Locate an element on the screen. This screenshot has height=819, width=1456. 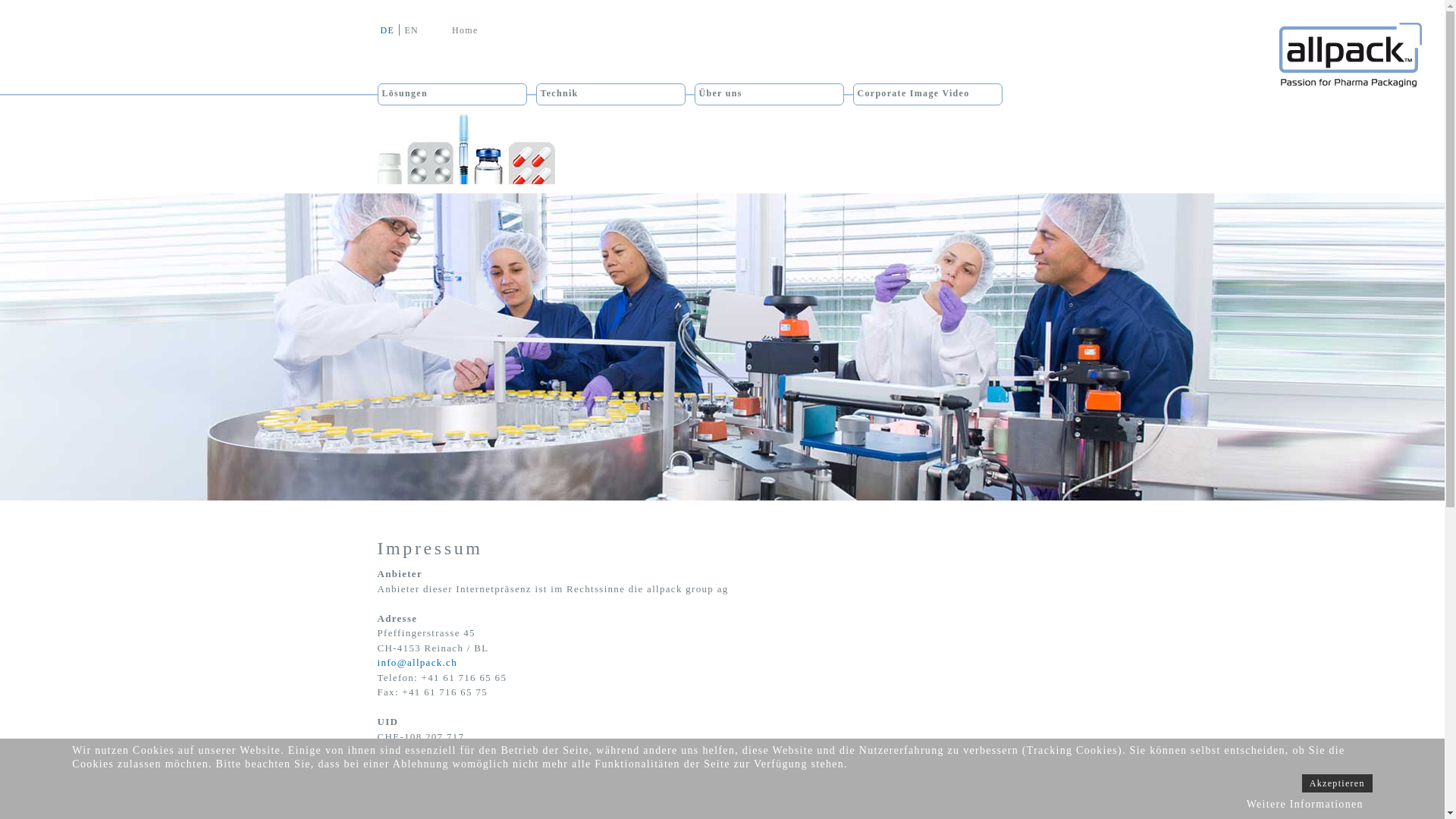
'Weitere Informationen' is located at coordinates (1304, 803).